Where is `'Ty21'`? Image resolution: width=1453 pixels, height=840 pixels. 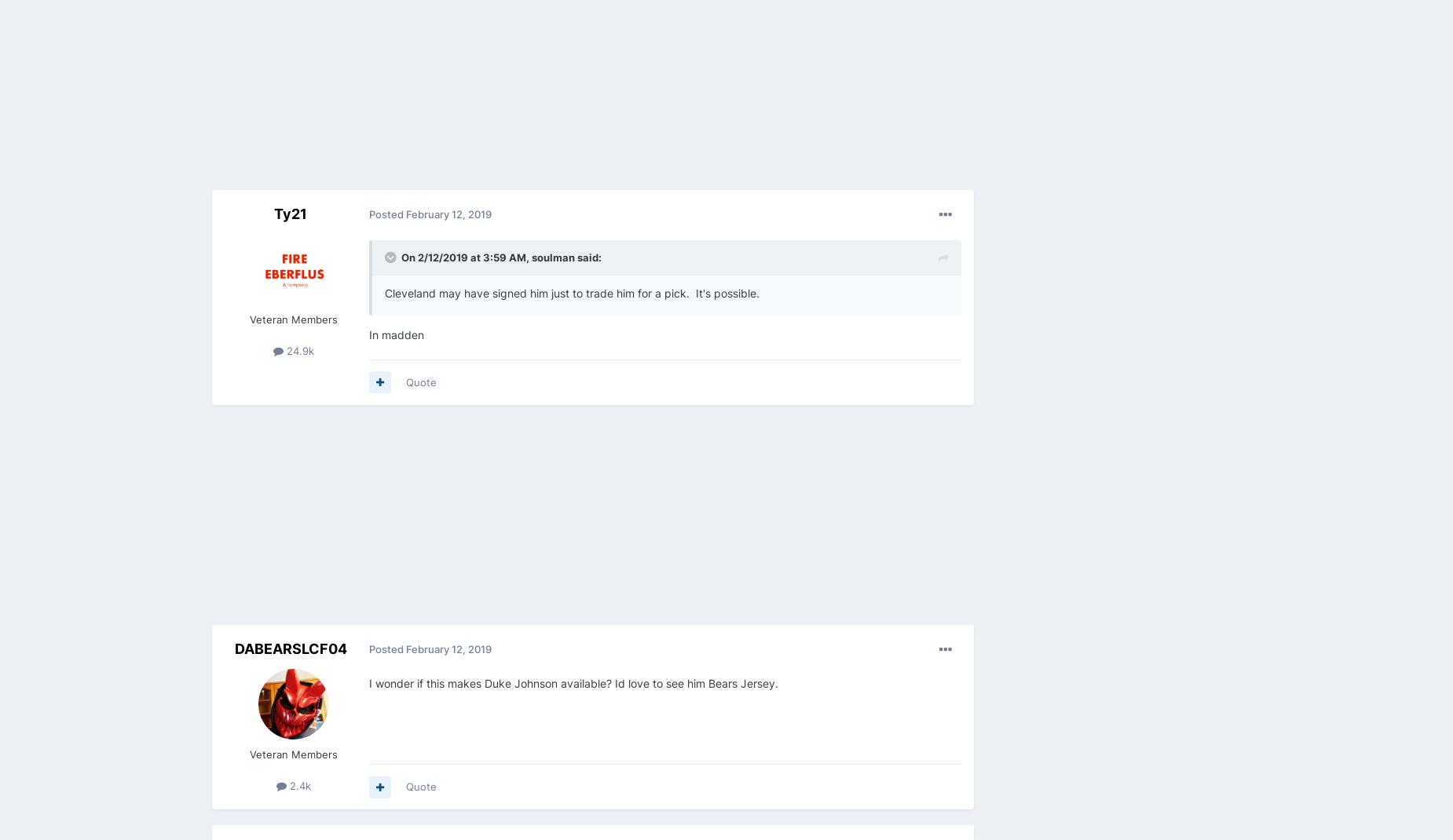
'Ty21' is located at coordinates (273, 214).